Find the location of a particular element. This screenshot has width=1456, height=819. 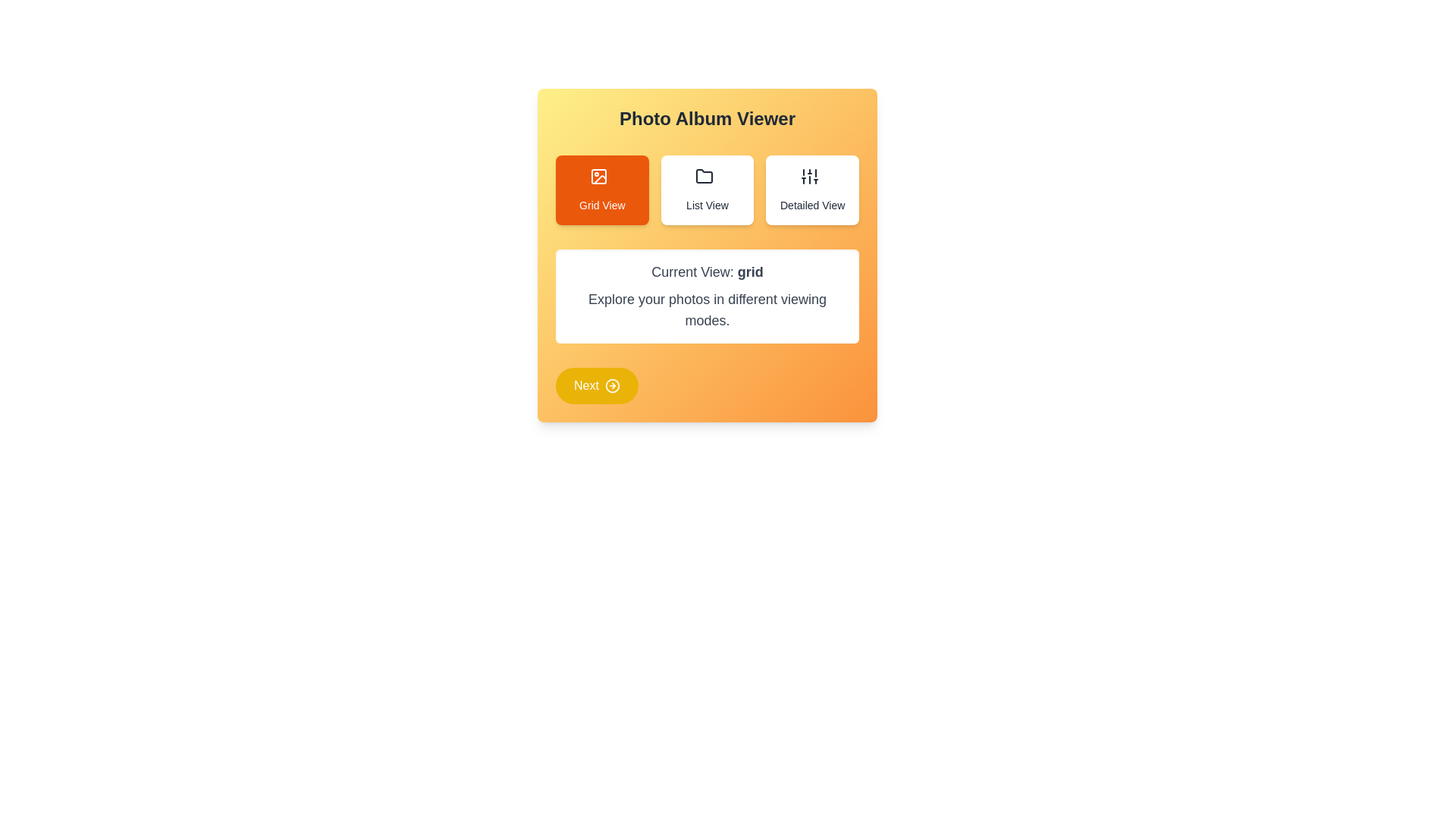

the 'Detailed View' button, which is a white rectangular button with rounded corners, located at the top of the 'Photo Album Viewer' dialog, positioned to the right of the 'Grid View' and 'List View' buttons is located at coordinates (811, 189).